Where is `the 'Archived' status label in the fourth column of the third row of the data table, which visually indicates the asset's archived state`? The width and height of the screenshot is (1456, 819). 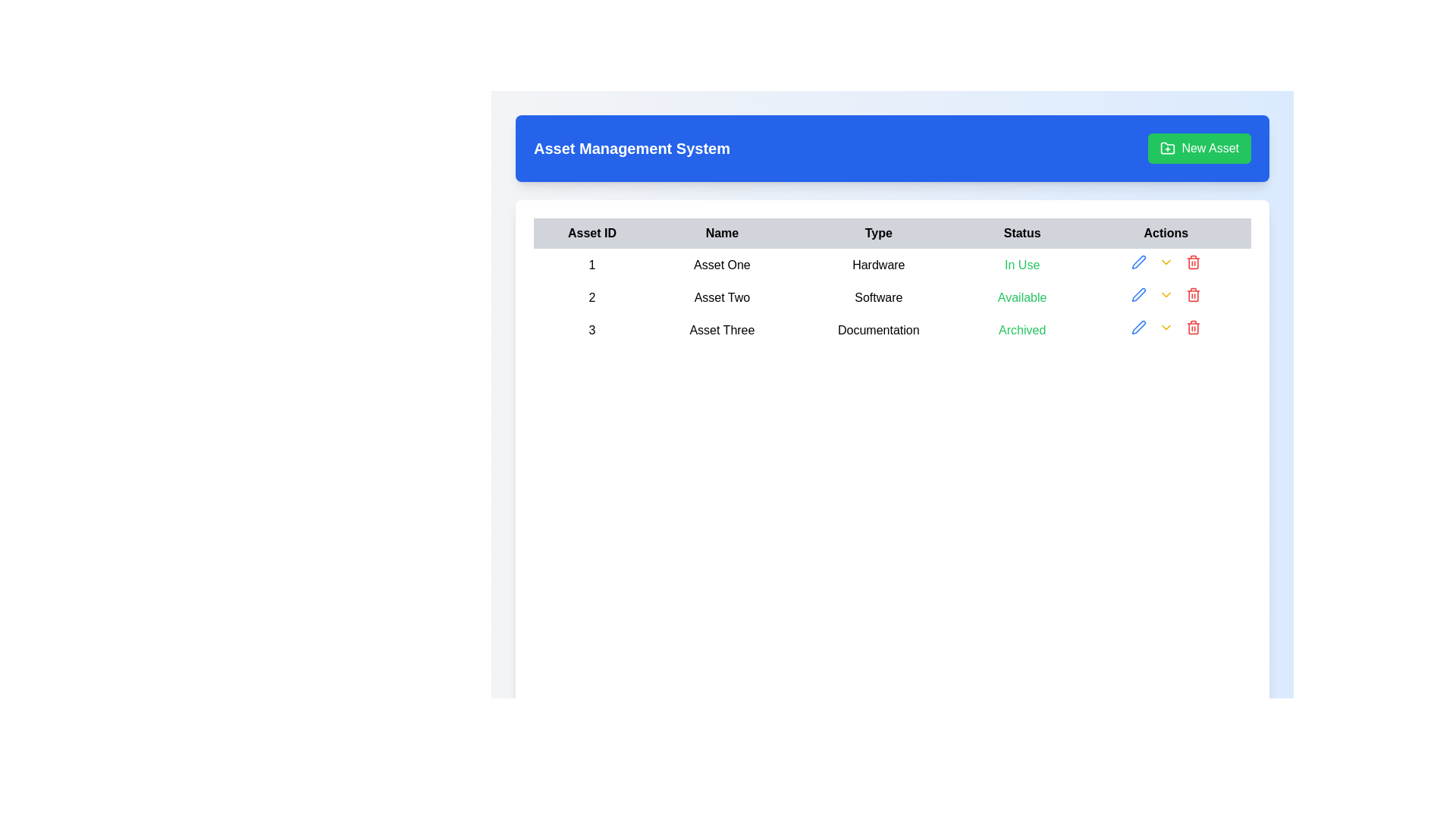
the 'Archived' status label in the fourth column of the third row of the data table, which visually indicates the asset's archived state is located at coordinates (1022, 329).